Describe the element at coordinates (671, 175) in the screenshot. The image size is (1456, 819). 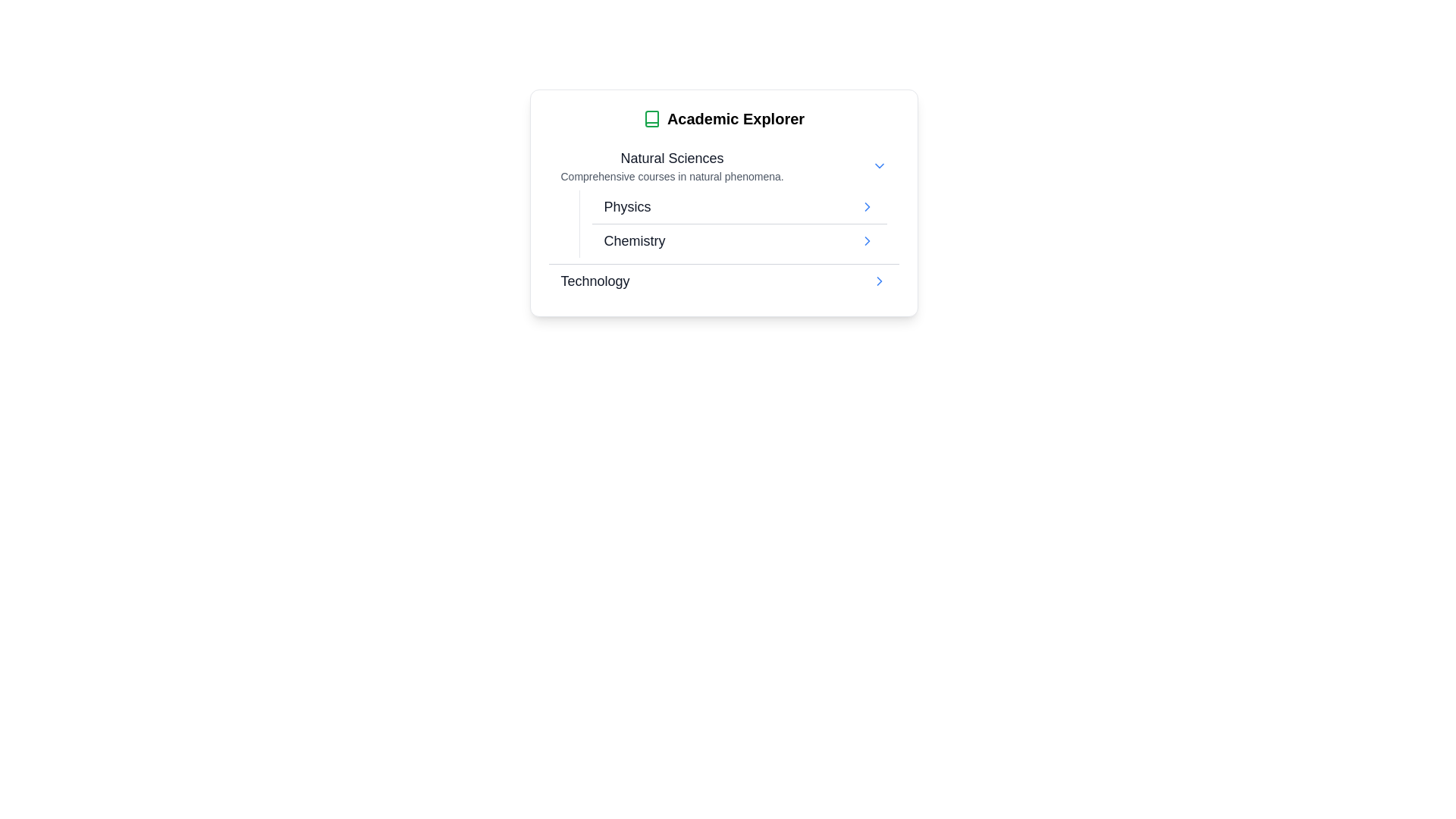
I see `the descriptive subtitle text label providing supplementary information about the 'Natural Sciences' category, located directly below the title text 'Natural Sciences'` at that location.